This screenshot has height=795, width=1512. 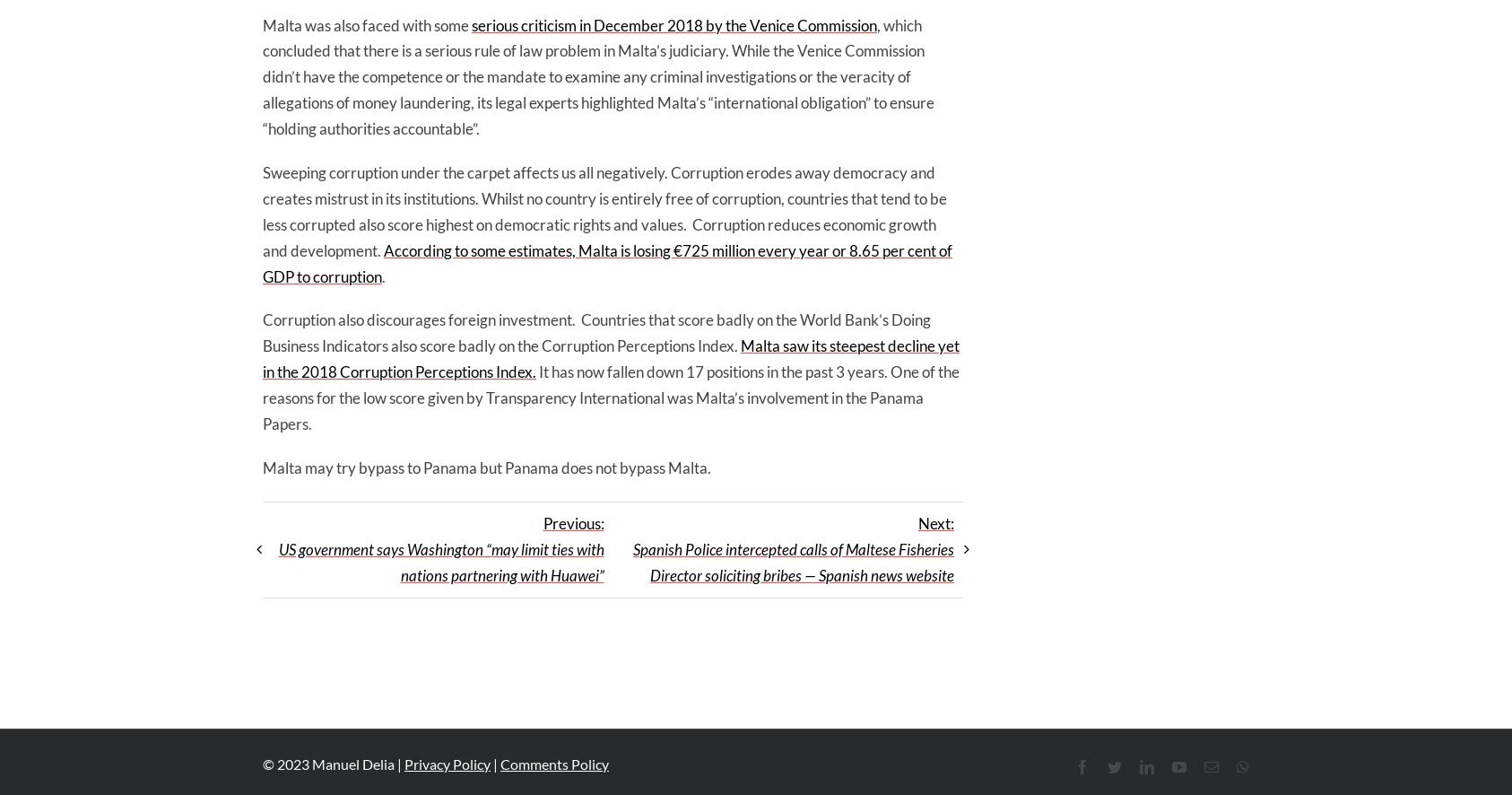 I want to click on '.', so click(x=382, y=275).